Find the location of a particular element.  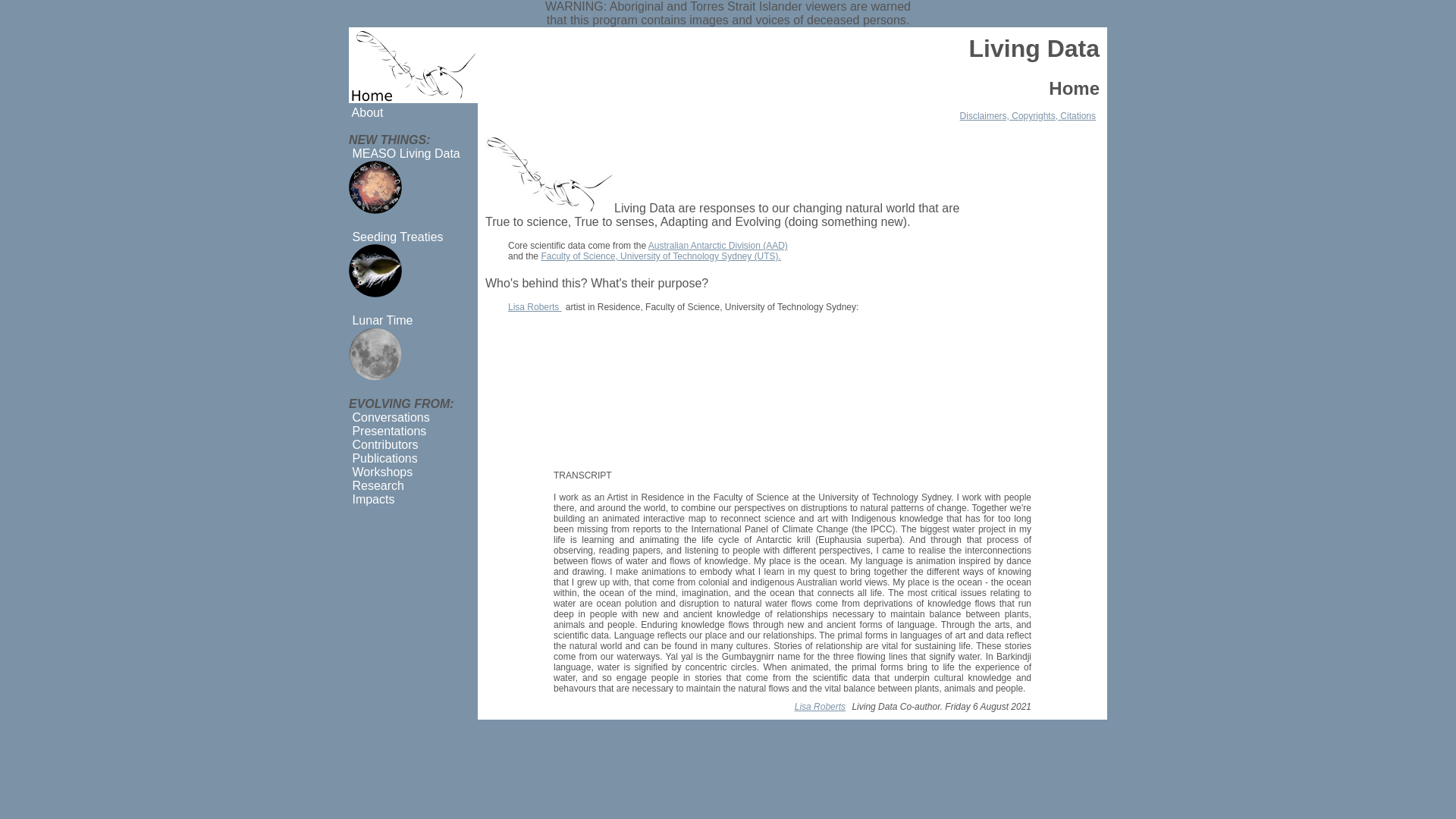

'Home' is located at coordinates (413, 64).